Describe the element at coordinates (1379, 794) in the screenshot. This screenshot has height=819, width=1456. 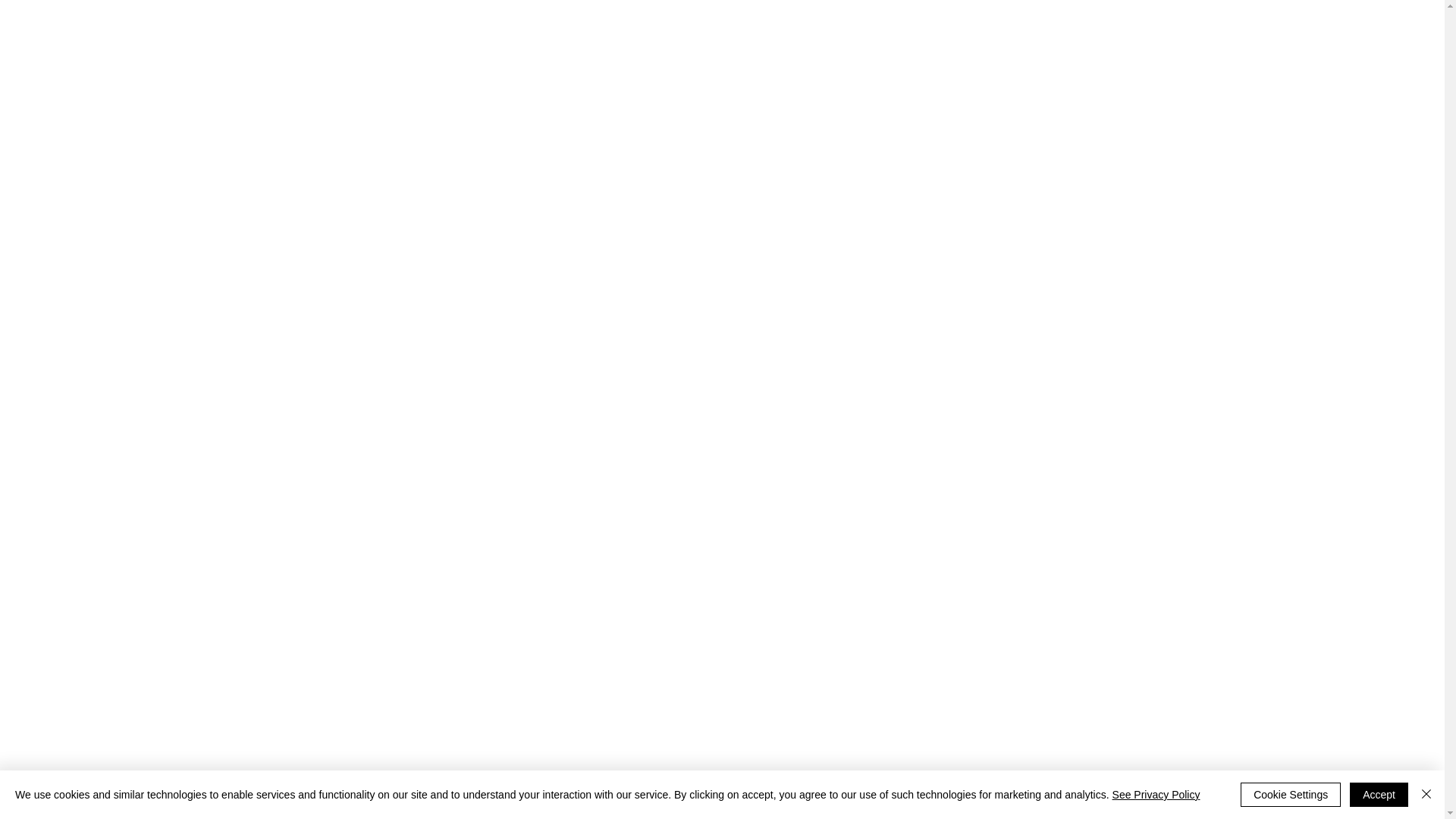
I see `'Accept'` at that location.